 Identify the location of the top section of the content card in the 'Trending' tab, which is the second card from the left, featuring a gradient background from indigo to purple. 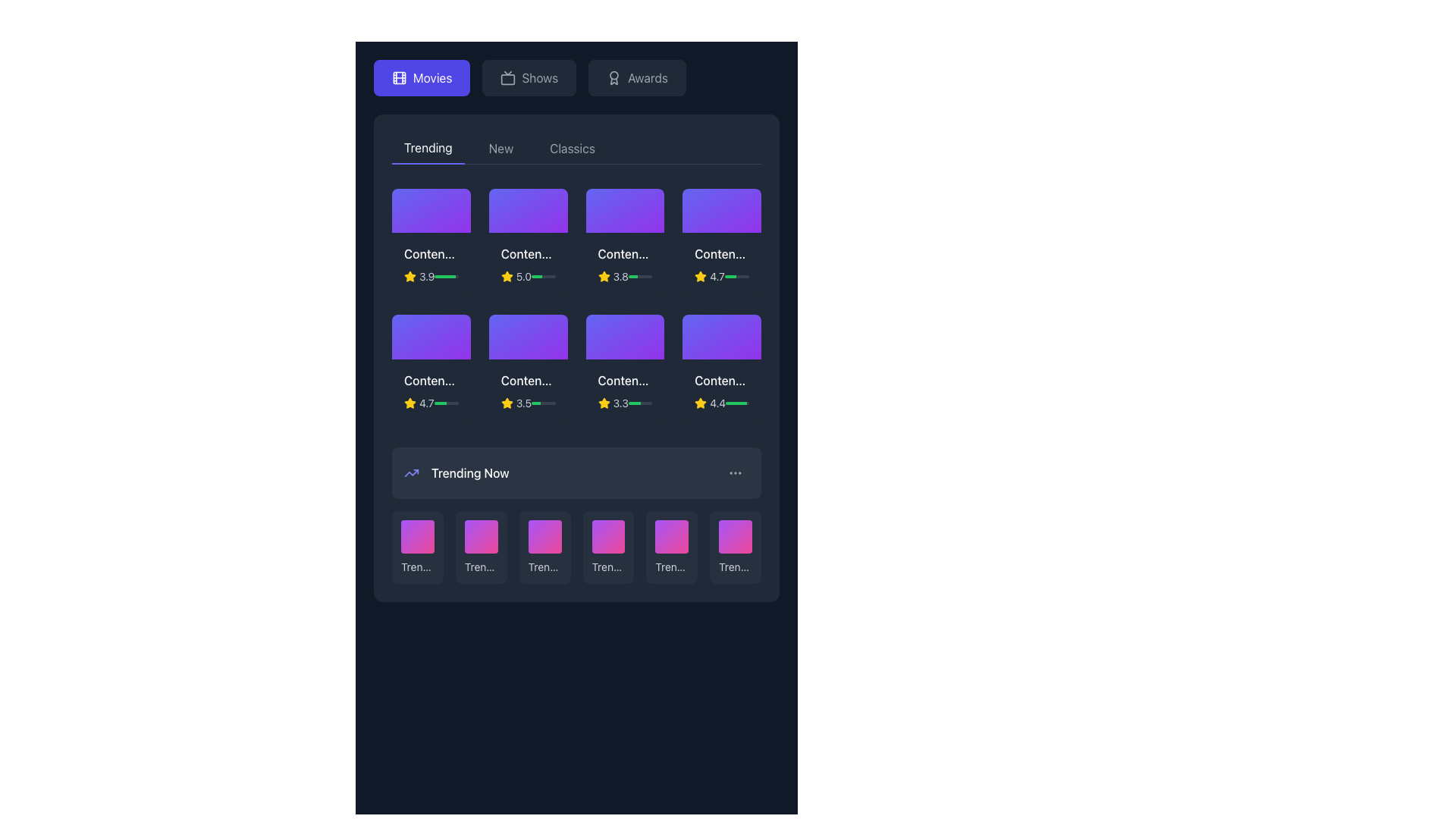
(528, 211).